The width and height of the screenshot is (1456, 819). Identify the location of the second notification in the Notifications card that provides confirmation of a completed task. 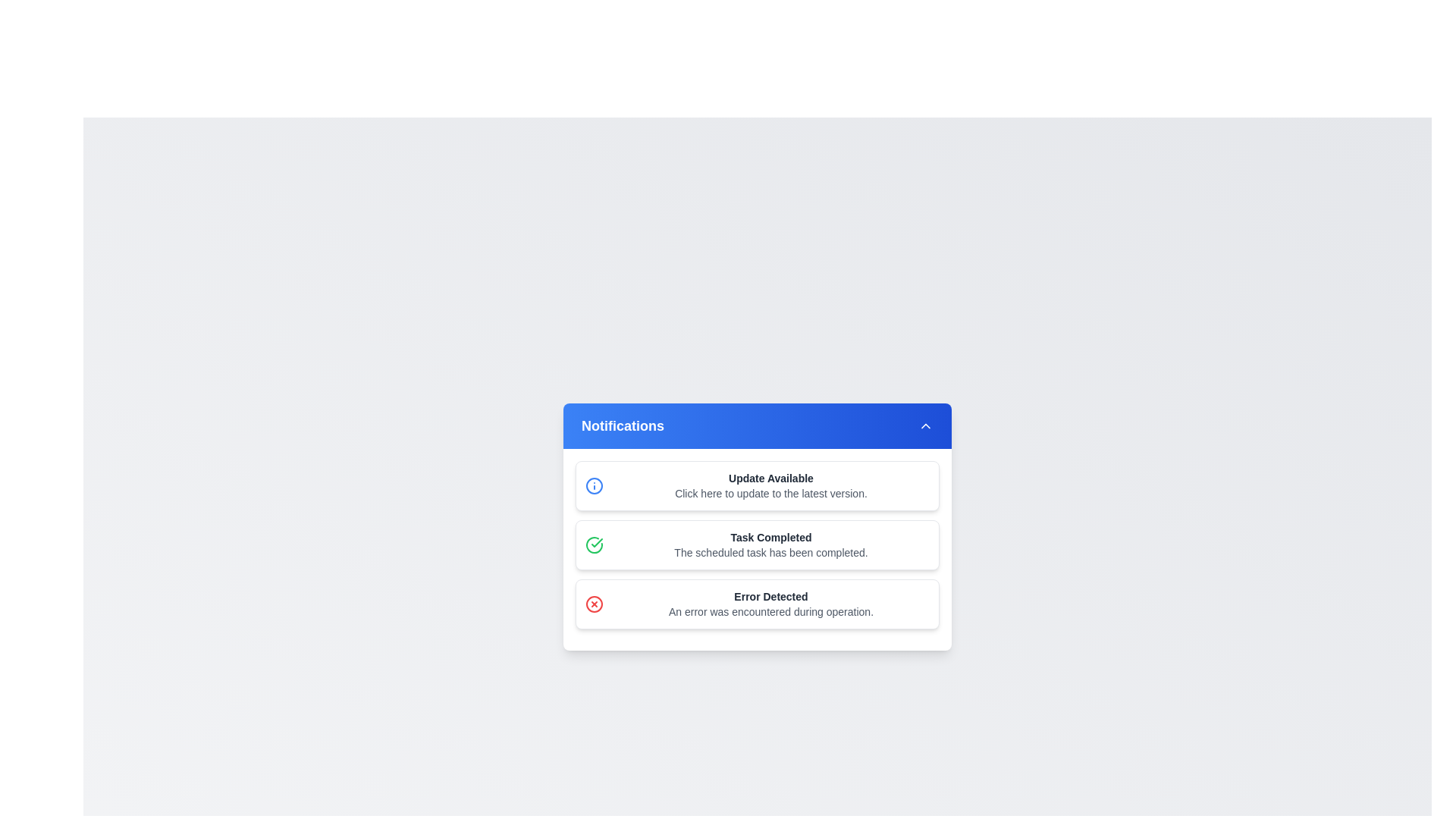
(757, 526).